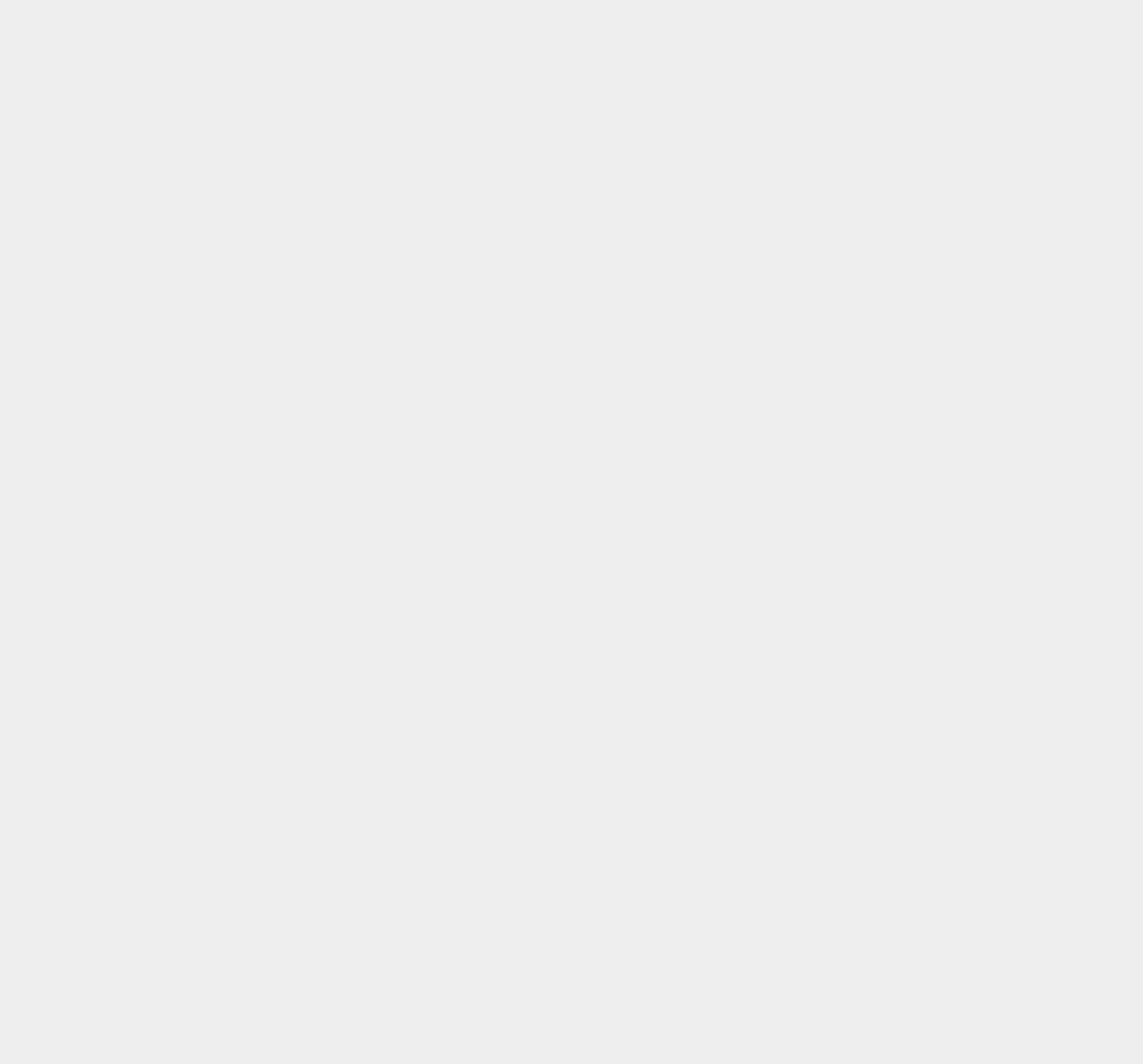 The height and width of the screenshot is (1064, 1143). What do you see at coordinates (830, 392) in the screenshot?
I see `'Nokia X'` at bounding box center [830, 392].